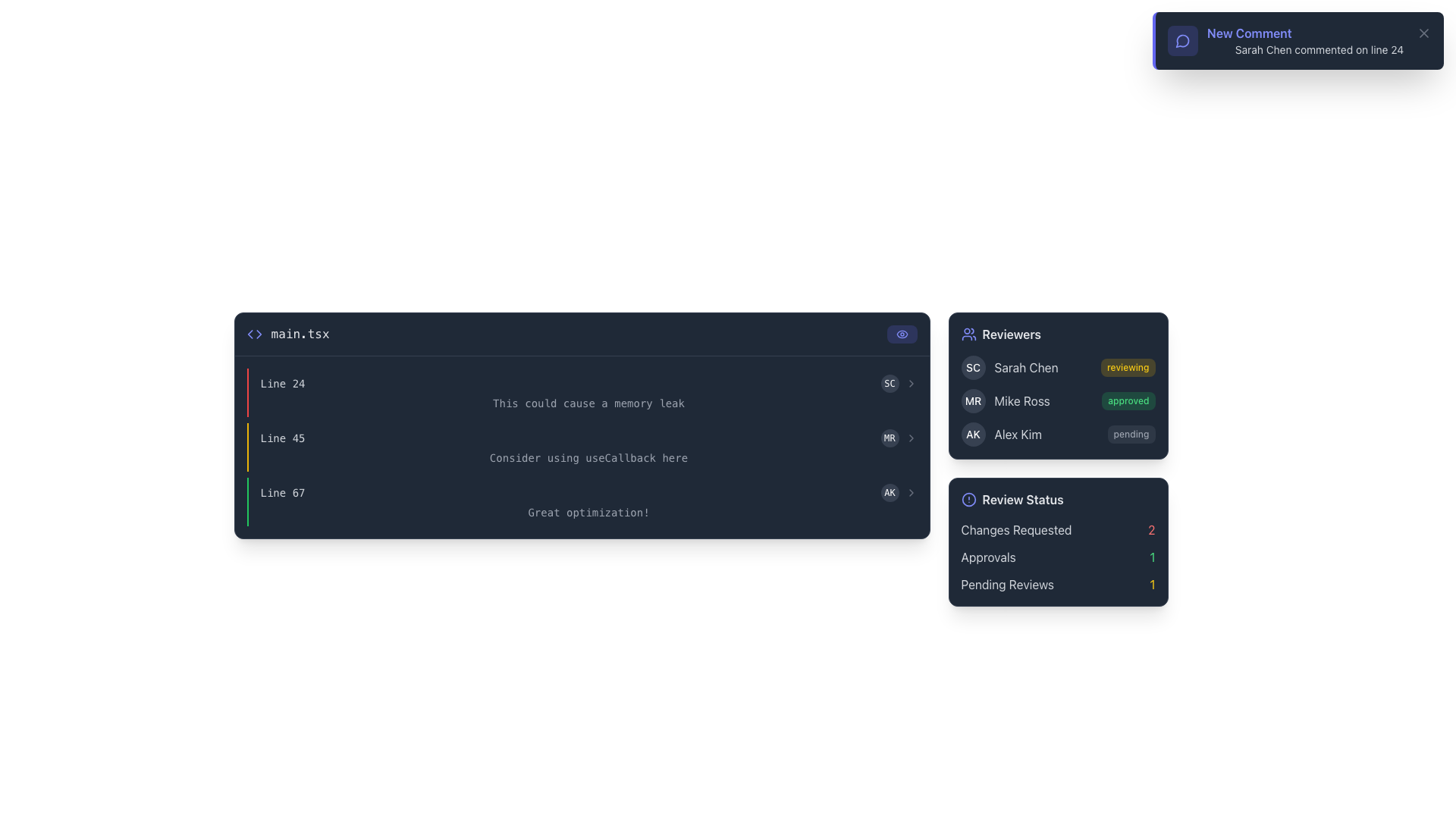 This screenshot has height=819, width=1456. What do you see at coordinates (1026, 368) in the screenshot?
I see `the text label displaying 'Sarah Chen', which indicates the name of the reviewer in the 'Reviewers' section of the right-hand panel` at bounding box center [1026, 368].